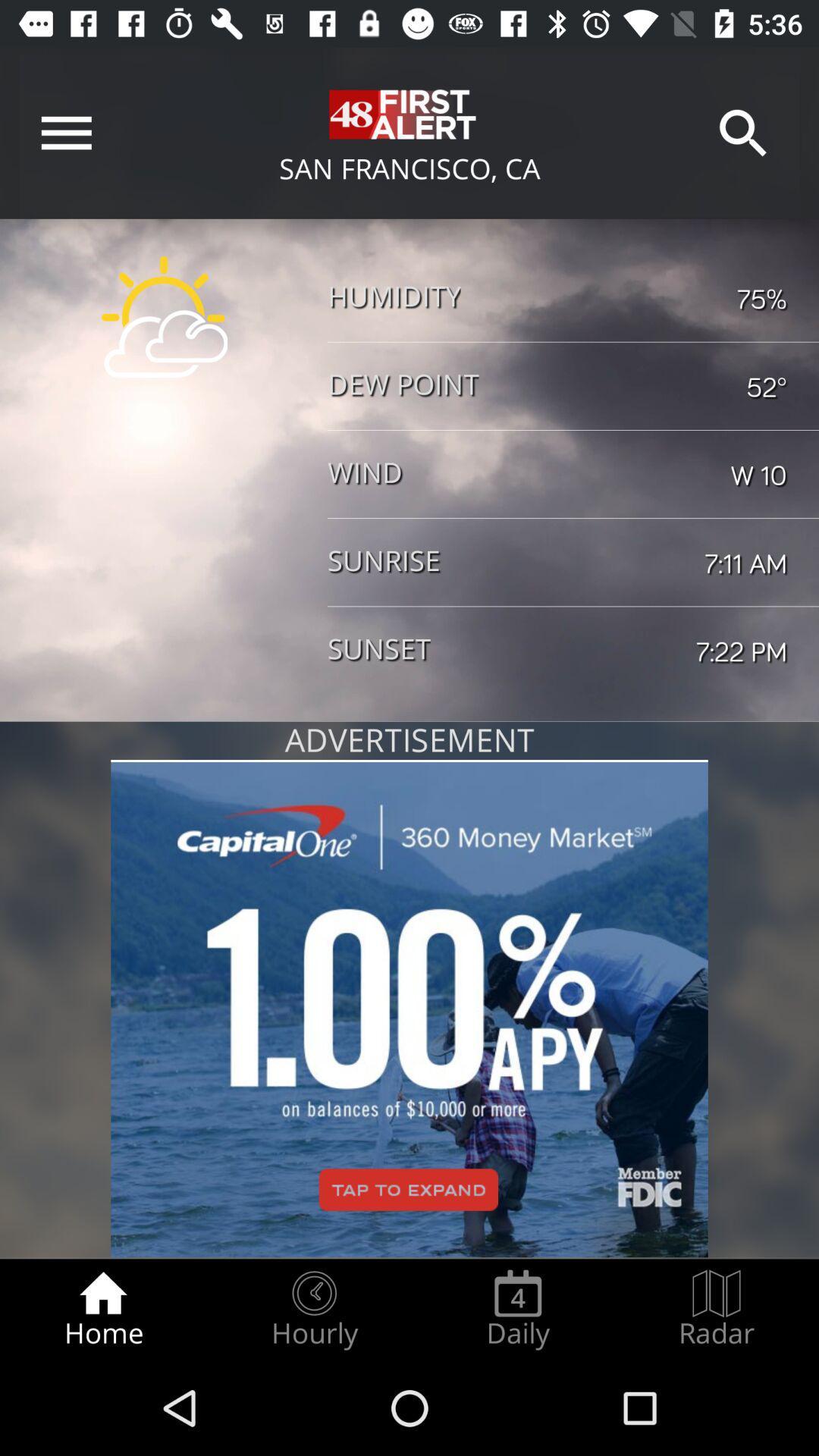 Image resolution: width=819 pixels, height=1456 pixels. What do you see at coordinates (517, 1309) in the screenshot?
I see `the item next to hourly icon` at bounding box center [517, 1309].